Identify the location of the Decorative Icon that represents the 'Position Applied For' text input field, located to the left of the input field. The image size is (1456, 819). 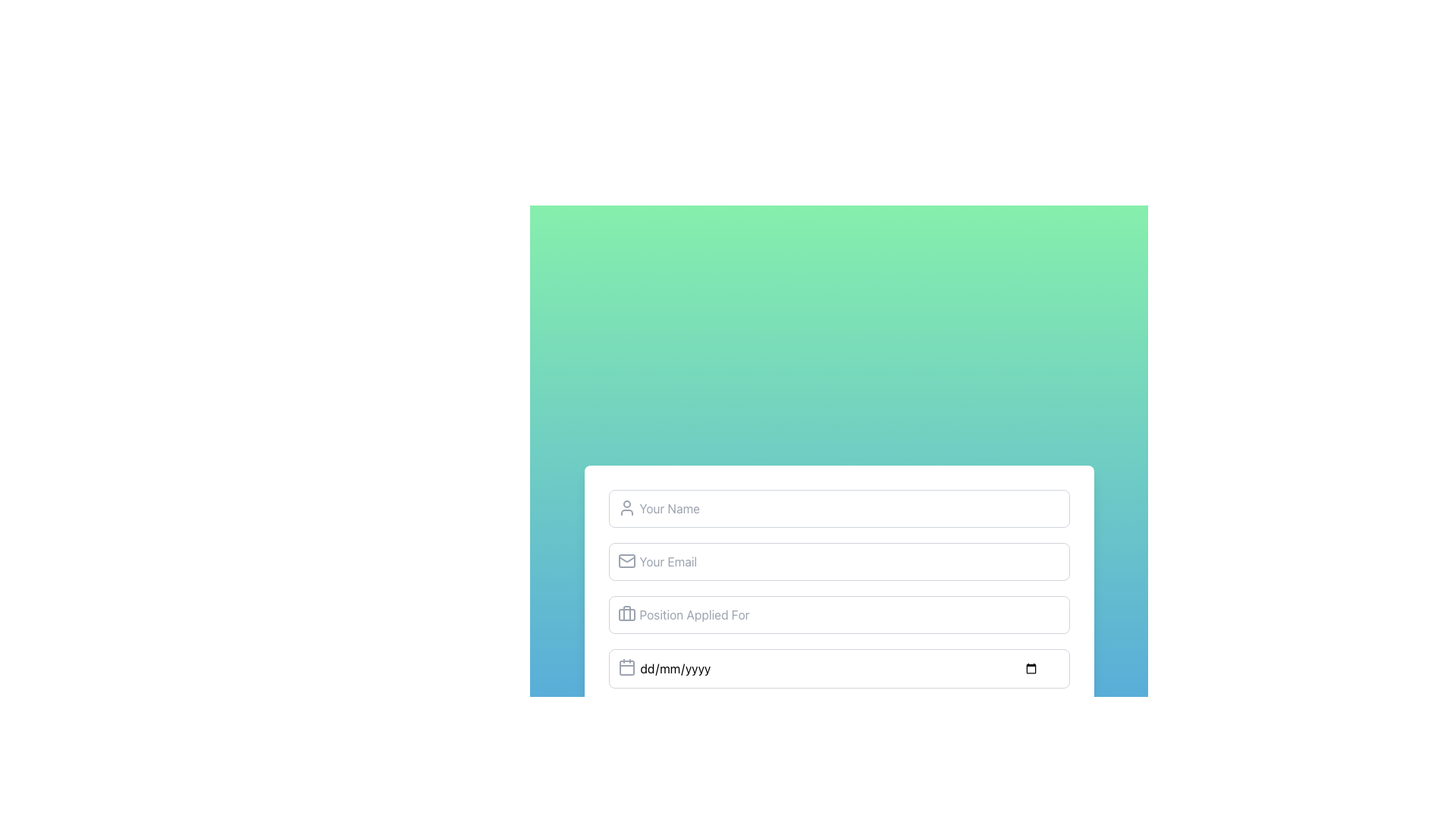
(626, 614).